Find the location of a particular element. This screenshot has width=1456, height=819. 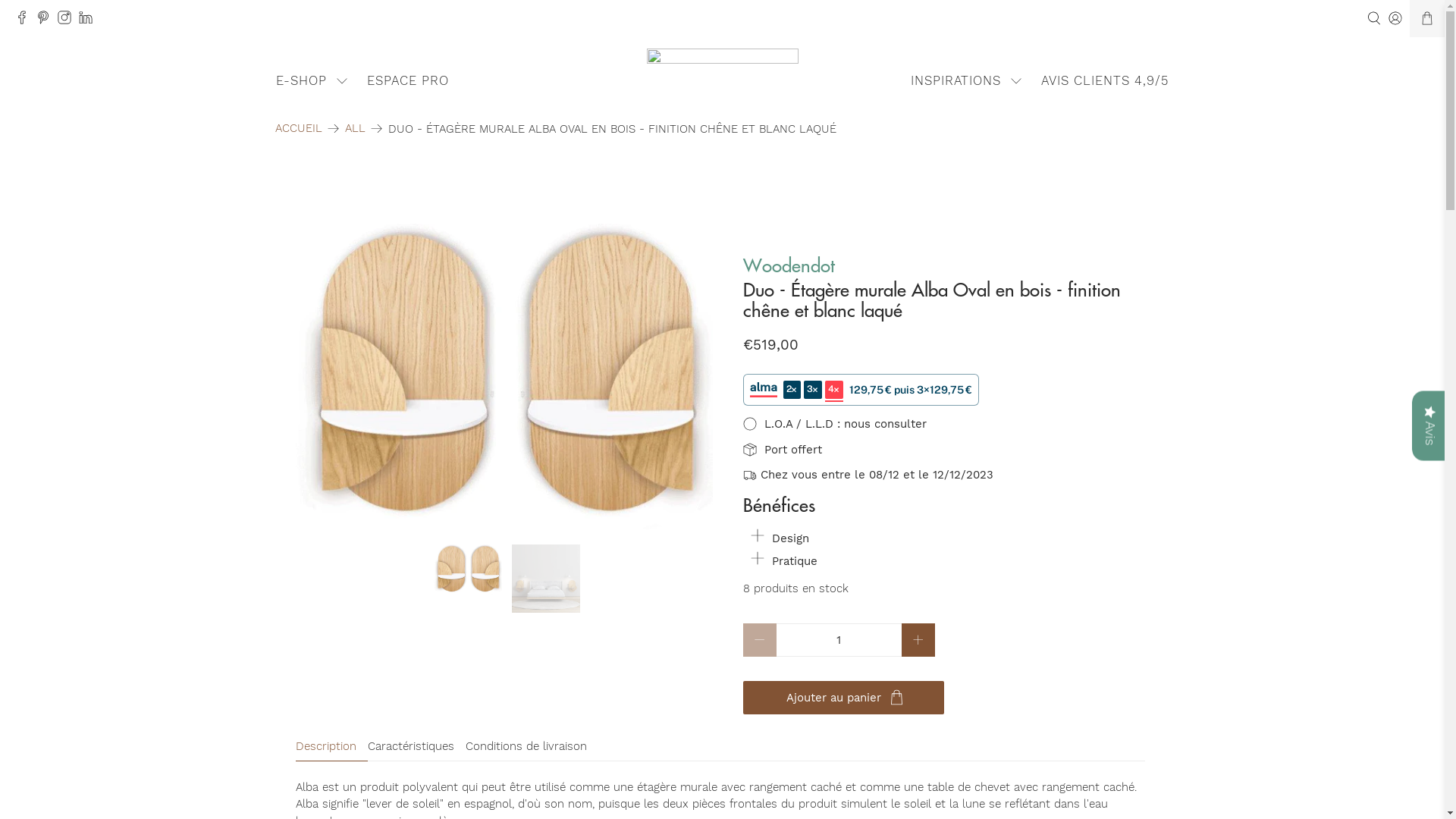

'Description' is located at coordinates (331, 746).